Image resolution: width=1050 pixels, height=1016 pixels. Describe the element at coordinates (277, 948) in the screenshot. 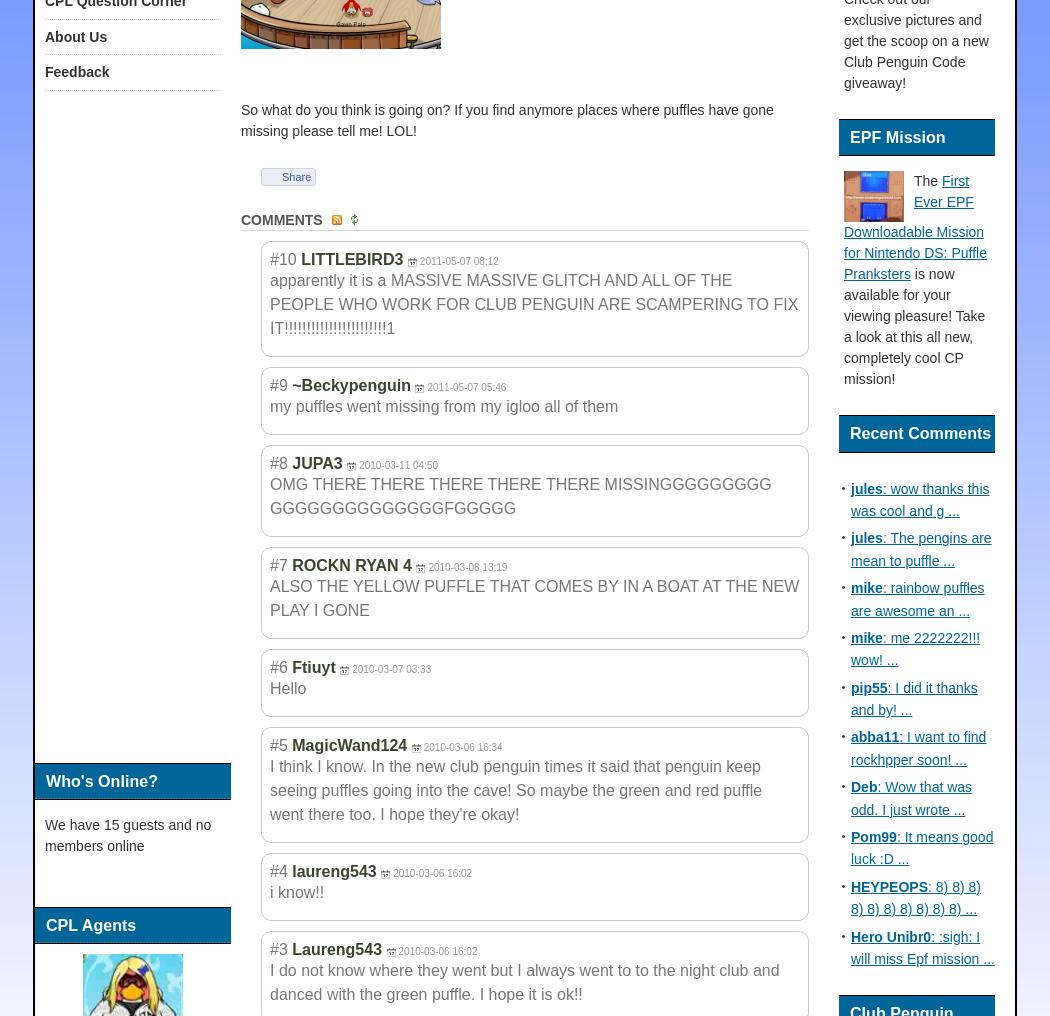

I see `'#3'` at that location.